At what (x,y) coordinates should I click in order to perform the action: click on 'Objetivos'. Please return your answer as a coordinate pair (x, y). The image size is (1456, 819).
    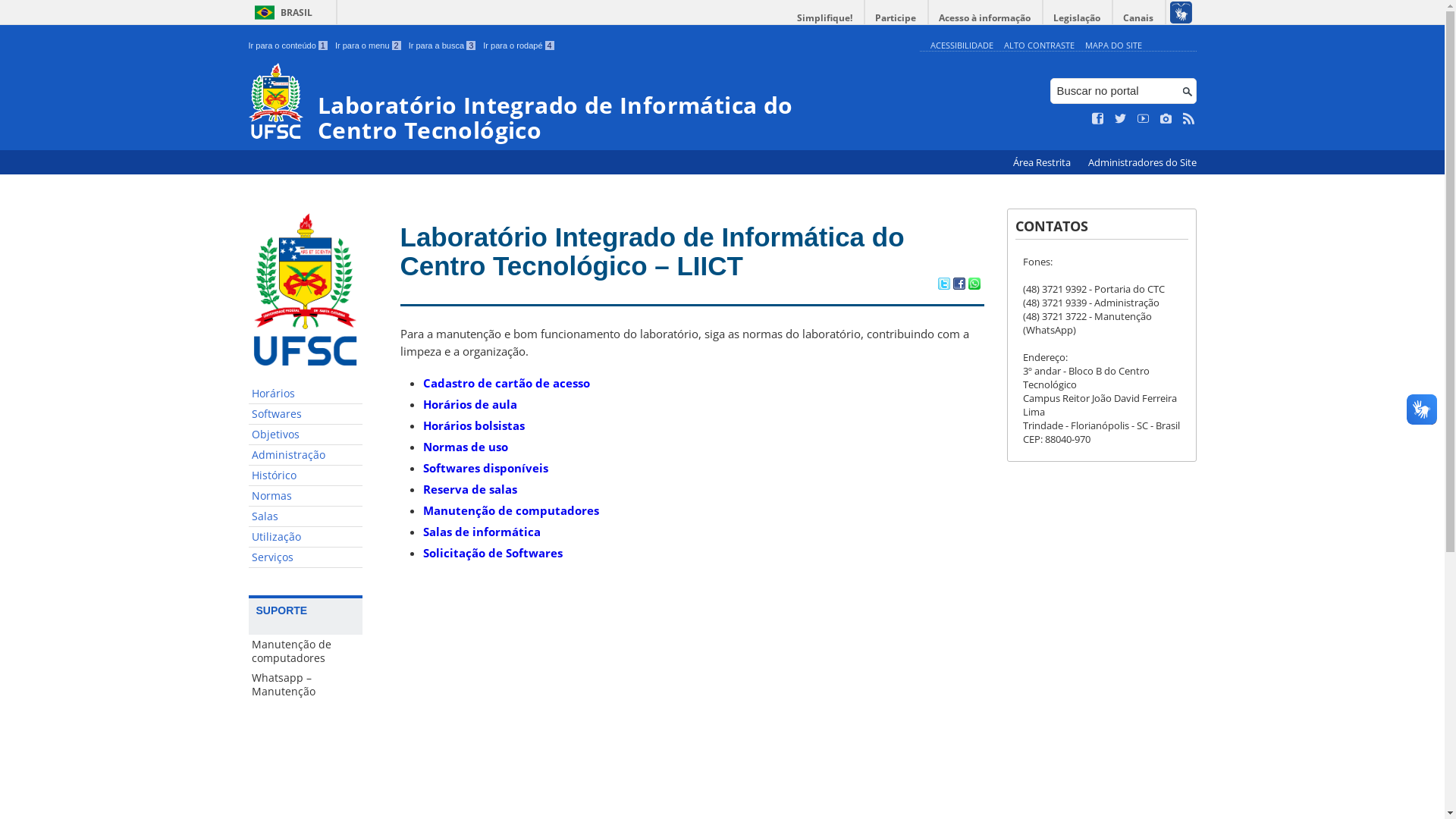
    Looking at the image, I should click on (248, 435).